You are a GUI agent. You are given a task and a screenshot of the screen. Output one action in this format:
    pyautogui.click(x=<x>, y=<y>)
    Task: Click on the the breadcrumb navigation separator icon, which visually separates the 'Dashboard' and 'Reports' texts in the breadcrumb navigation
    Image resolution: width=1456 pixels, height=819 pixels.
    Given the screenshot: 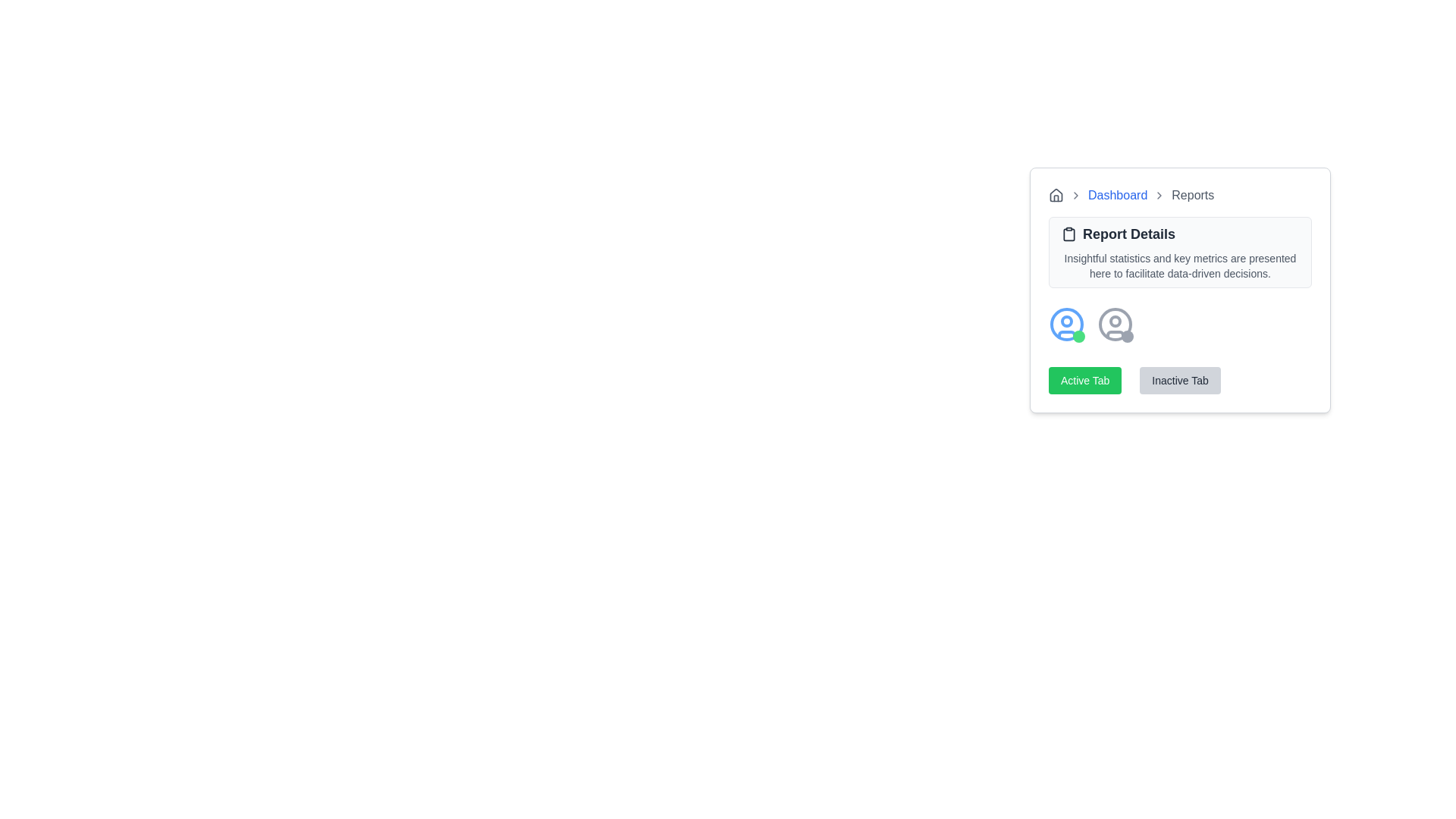 What is the action you would take?
    pyautogui.click(x=1159, y=195)
    